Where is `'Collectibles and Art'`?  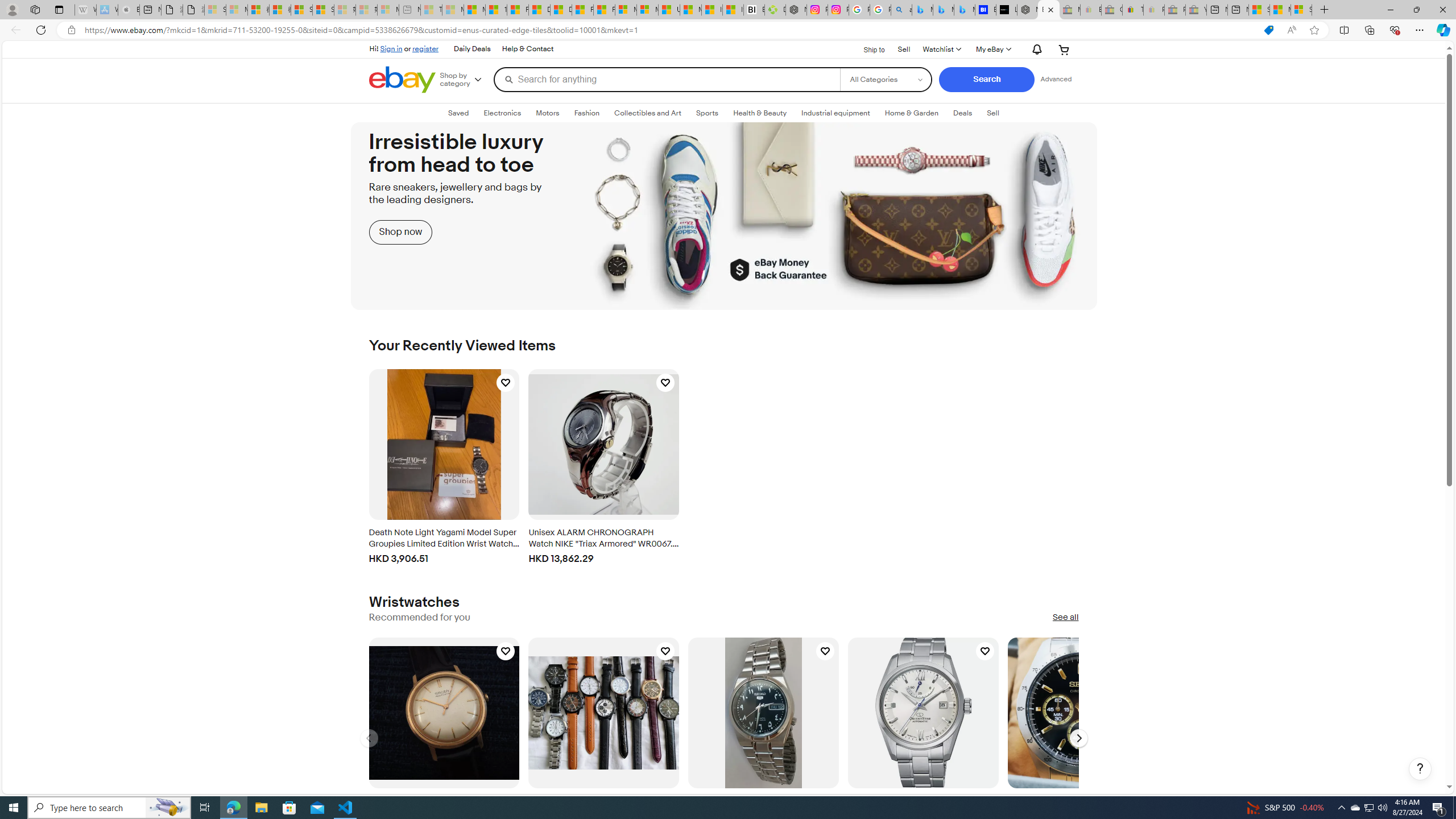
'Collectibles and Art' is located at coordinates (647, 113).